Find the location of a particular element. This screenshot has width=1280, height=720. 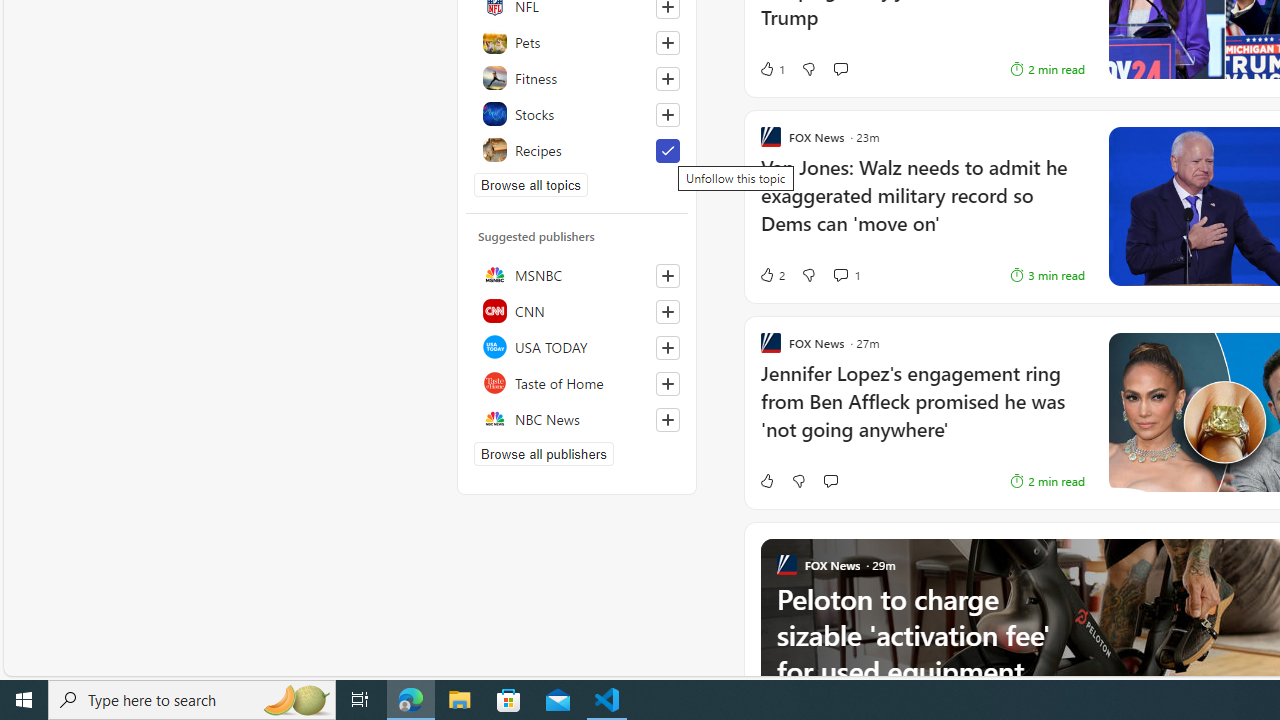

'Follow this source' is located at coordinates (668, 419).